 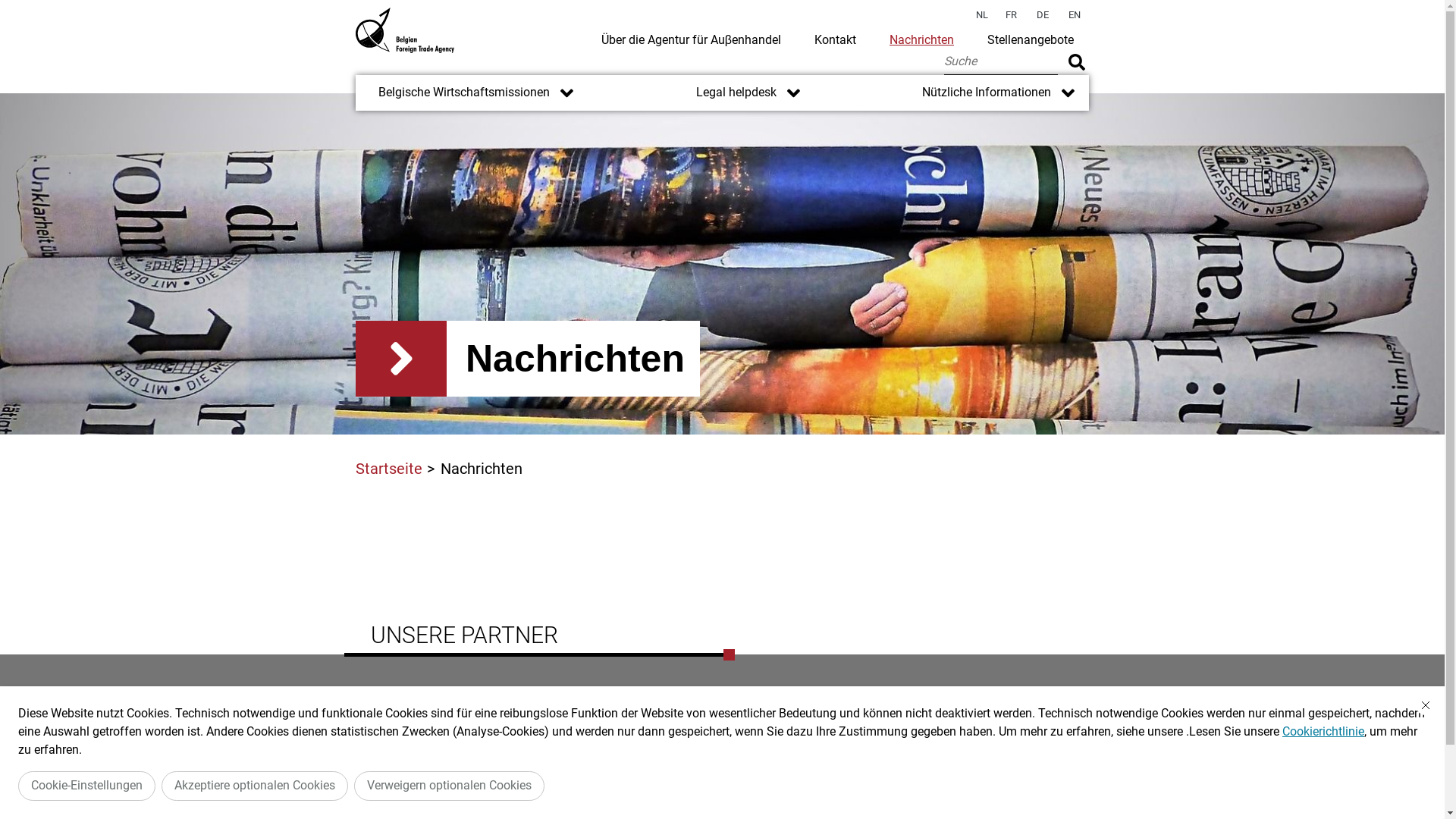 What do you see at coordinates (18, 785) in the screenshot?
I see `'Cookie-Einstellungen'` at bounding box center [18, 785].